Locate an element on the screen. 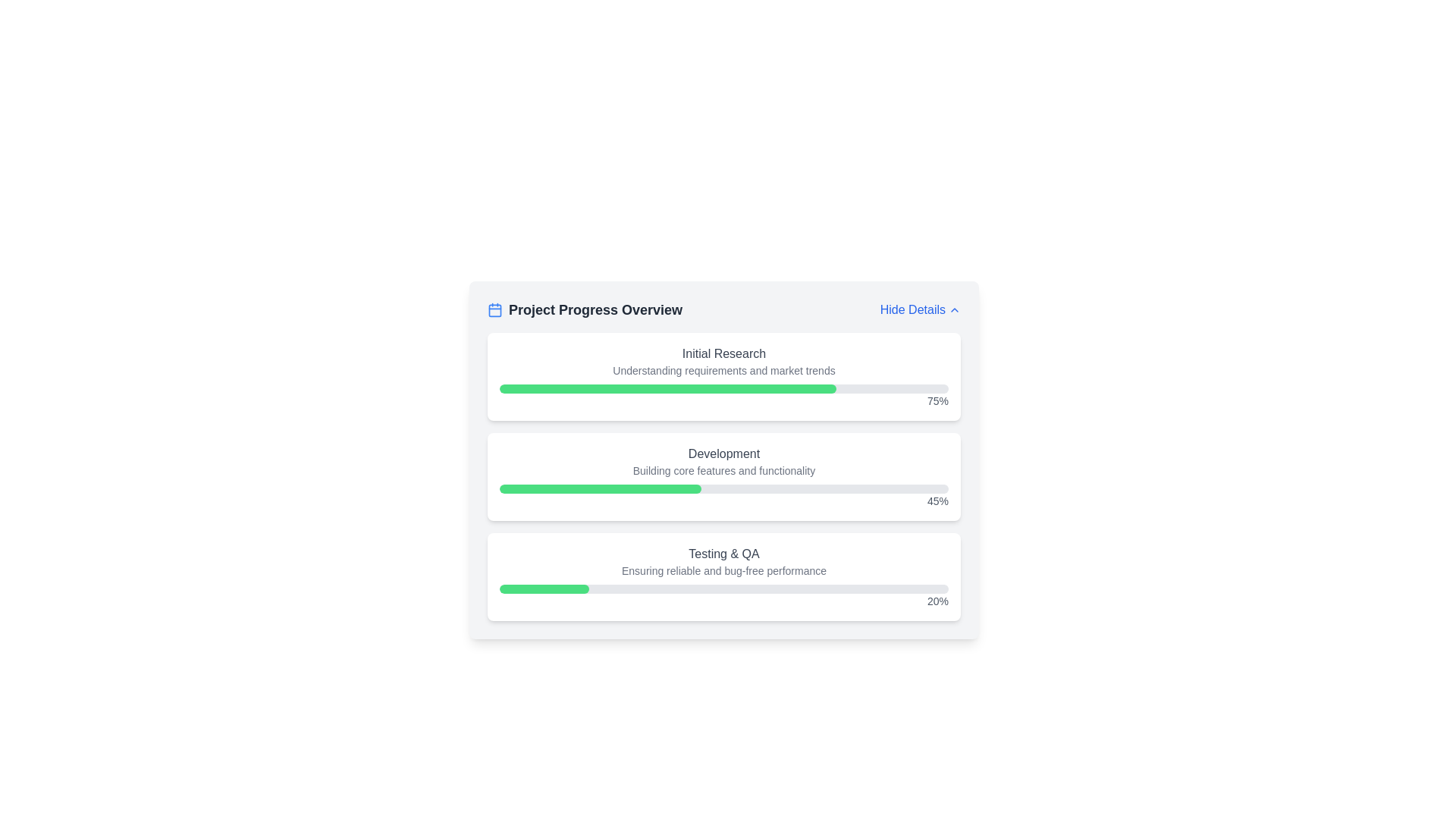 The image size is (1456, 819). text label displaying 'Building core features and functionality', which is centrally aligned below the 'Development' label is located at coordinates (723, 470).